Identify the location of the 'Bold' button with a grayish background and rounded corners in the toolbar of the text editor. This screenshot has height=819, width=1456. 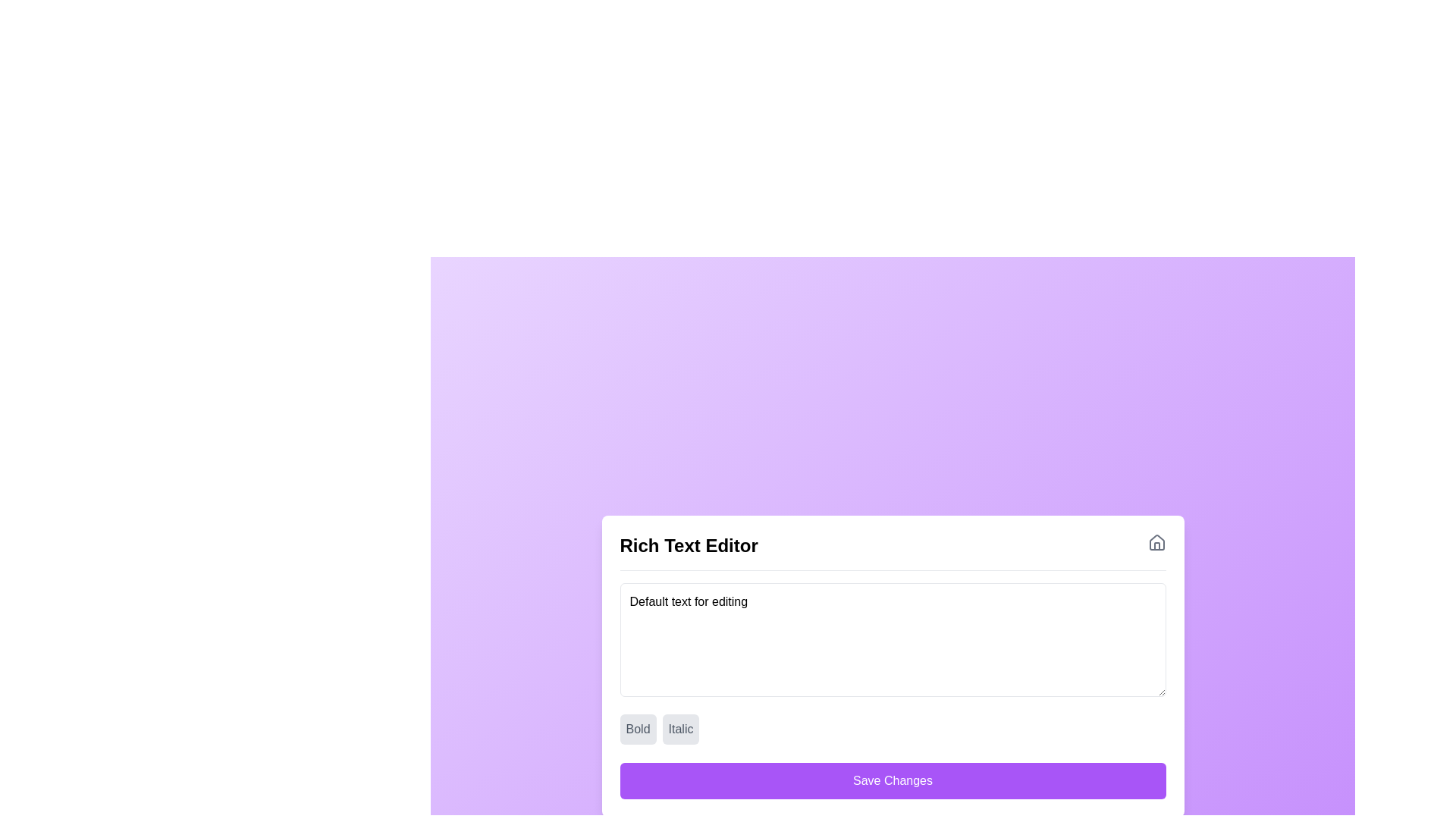
(638, 728).